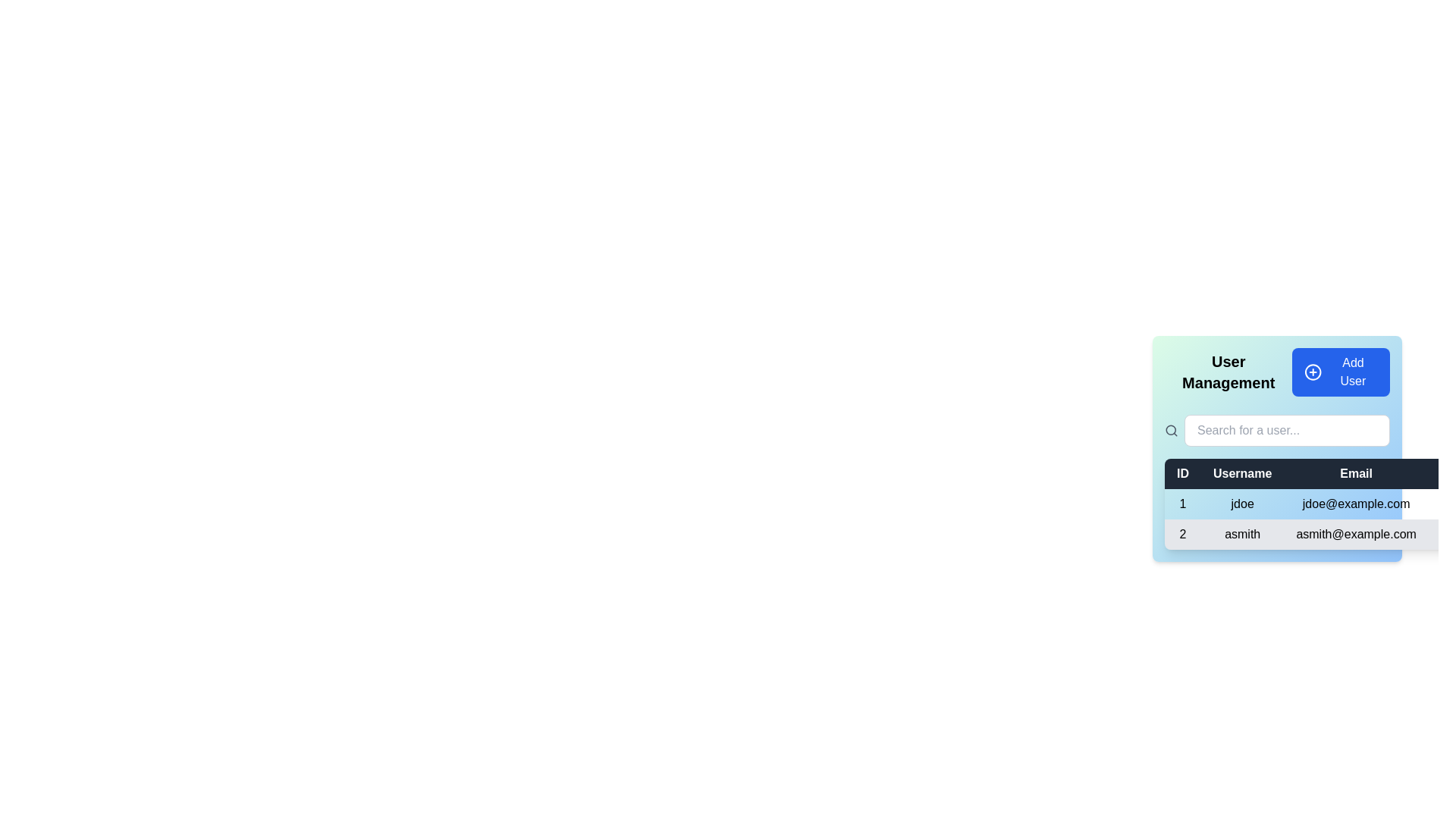  I want to click on the decorative SVG circle that visually indicates the search functionality within the user management modal, so click(1170, 430).